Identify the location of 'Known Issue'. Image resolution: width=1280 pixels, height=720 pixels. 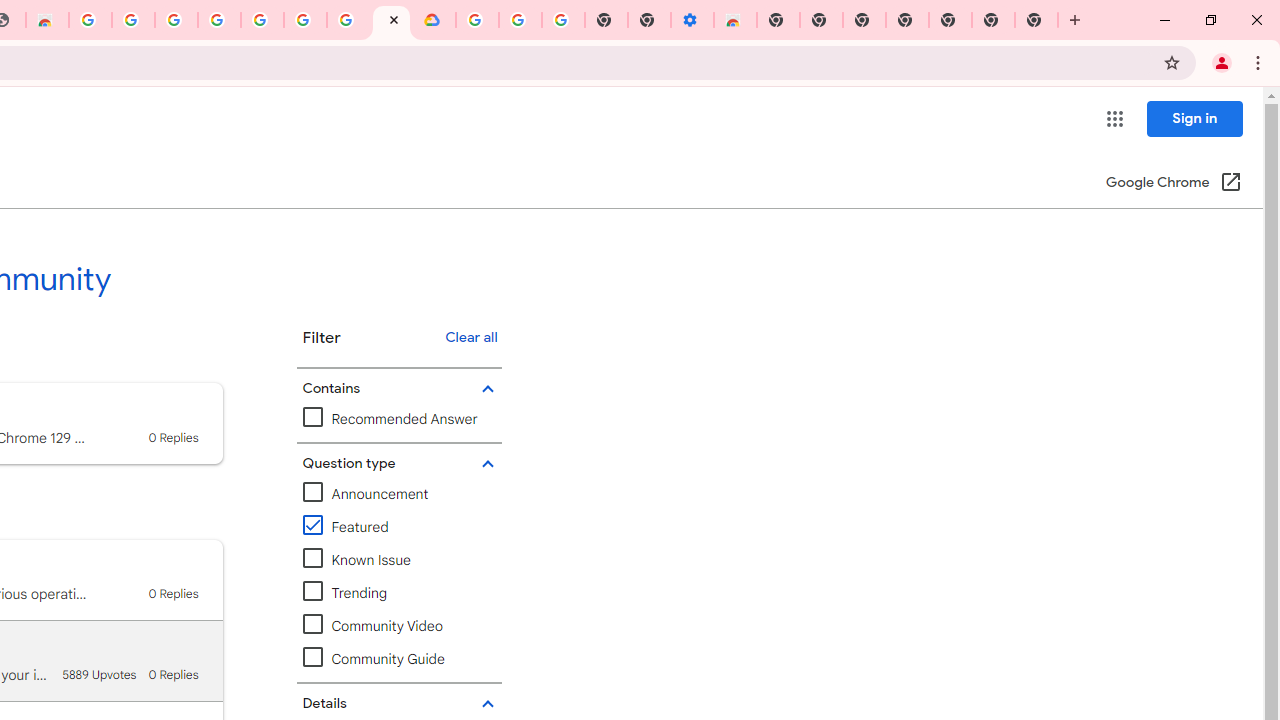
(399, 560).